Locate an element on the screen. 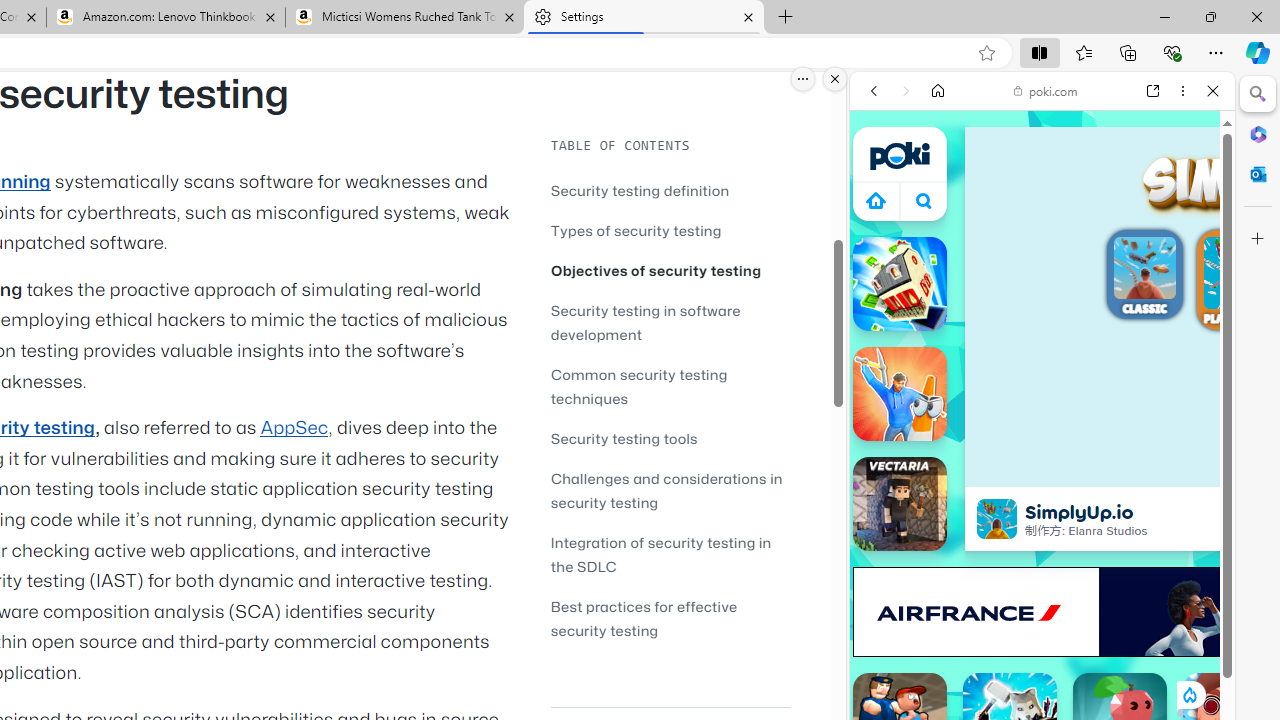 The width and height of the screenshot is (1280, 720). 'Security testing definition' is located at coordinates (640, 190).